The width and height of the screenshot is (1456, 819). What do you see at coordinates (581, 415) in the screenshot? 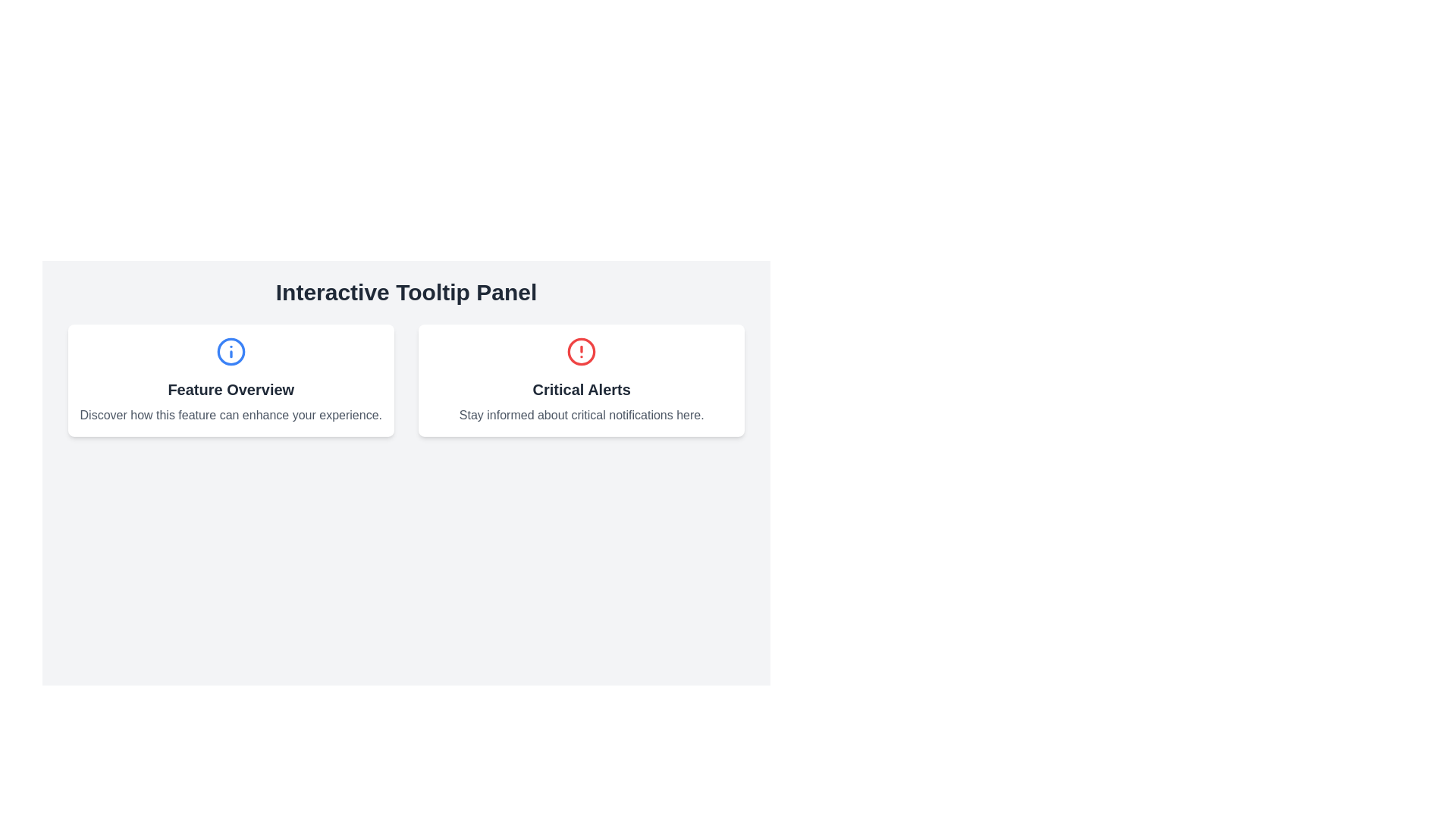
I see `the text label displaying the message 'Stay informed about critical notifications here.' which is positioned below the heading 'Critical Alerts' within a notification card` at bounding box center [581, 415].